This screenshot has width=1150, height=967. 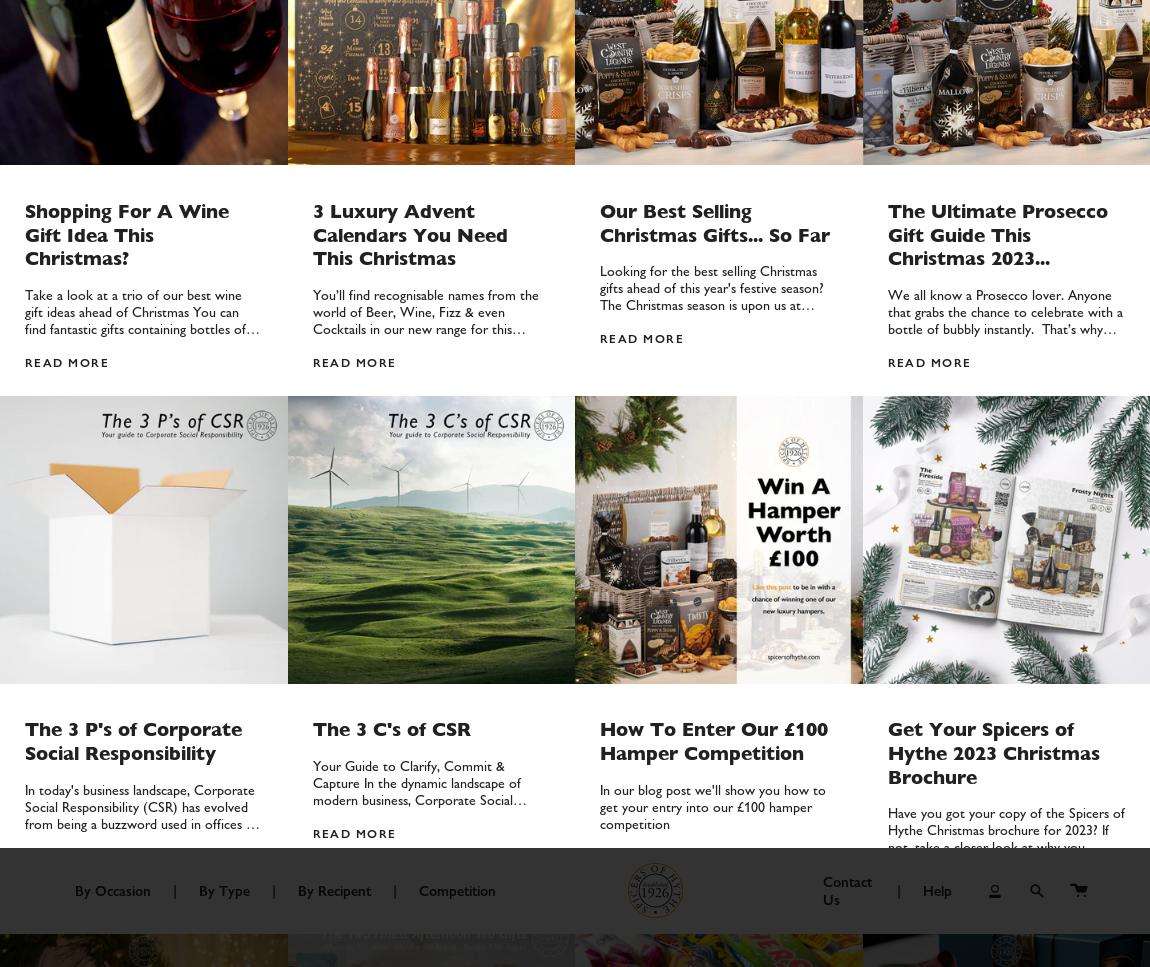 What do you see at coordinates (272, 53) in the screenshot?
I see `'For Mum'` at bounding box center [272, 53].